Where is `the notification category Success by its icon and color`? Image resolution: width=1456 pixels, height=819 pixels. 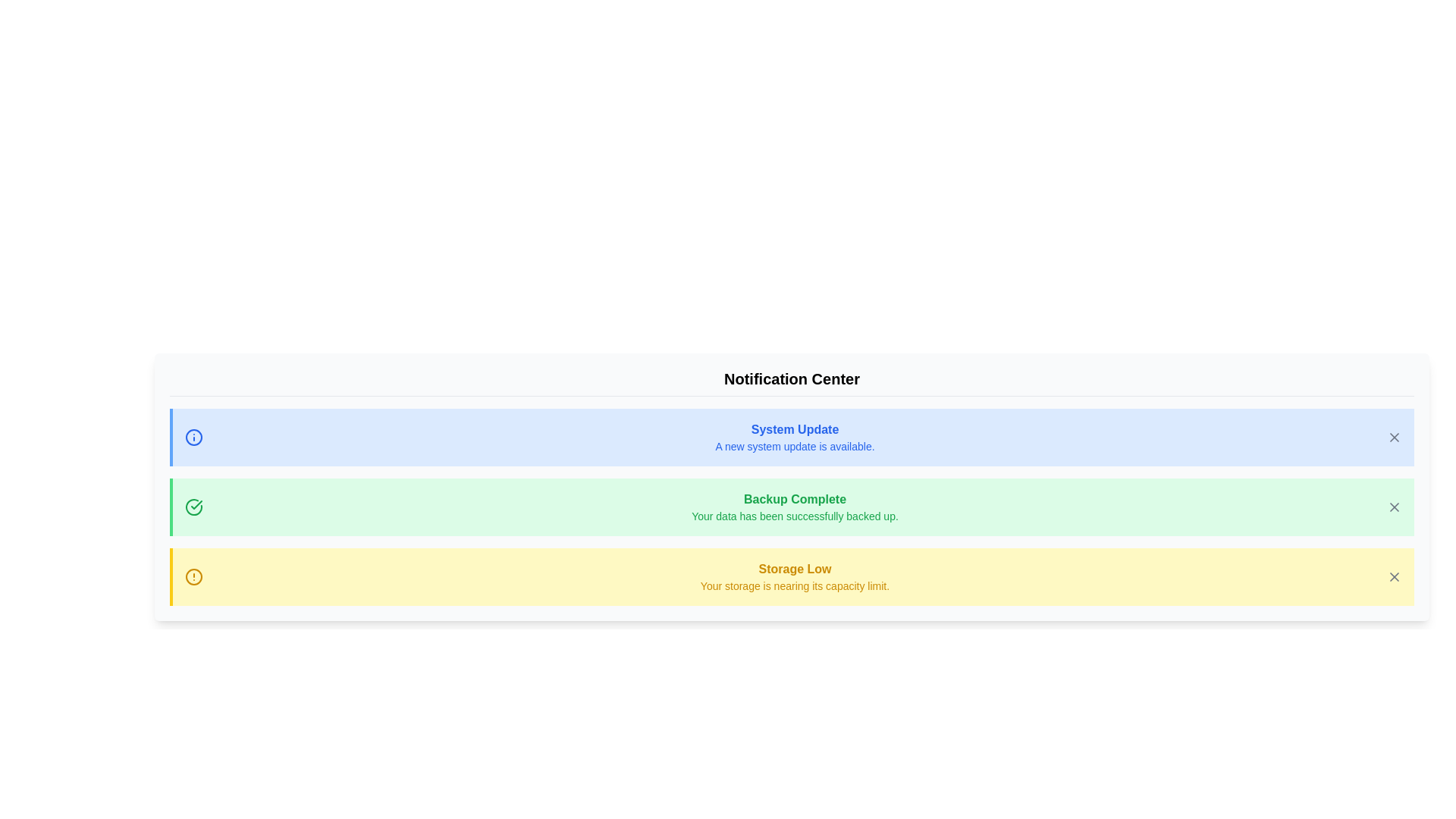 the notification category Success by its icon and color is located at coordinates (193, 507).